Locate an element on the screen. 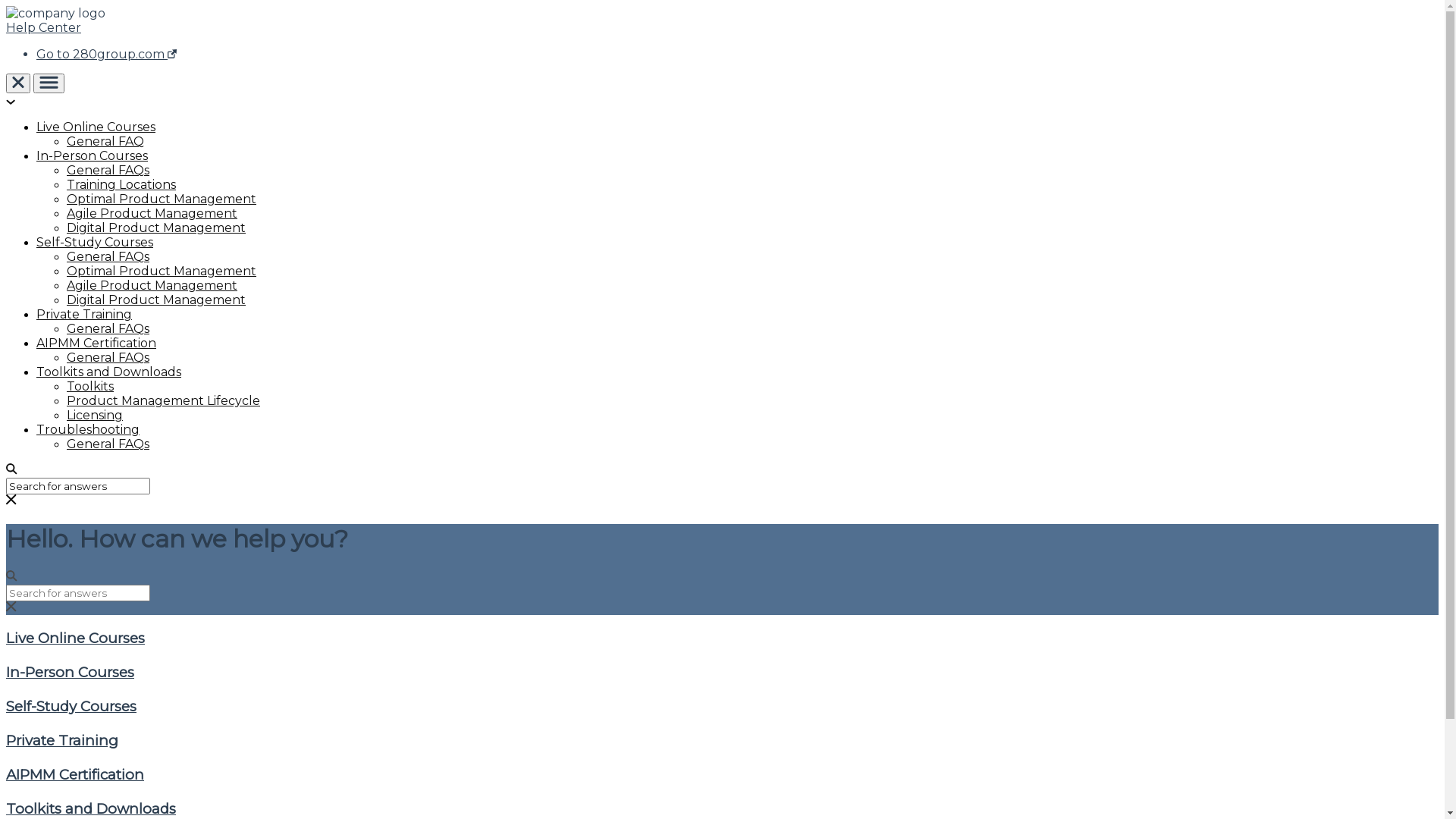 The width and height of the screenshot is (1456, 819). 'AIPMM Certification' is located at coordinates (6, 774).